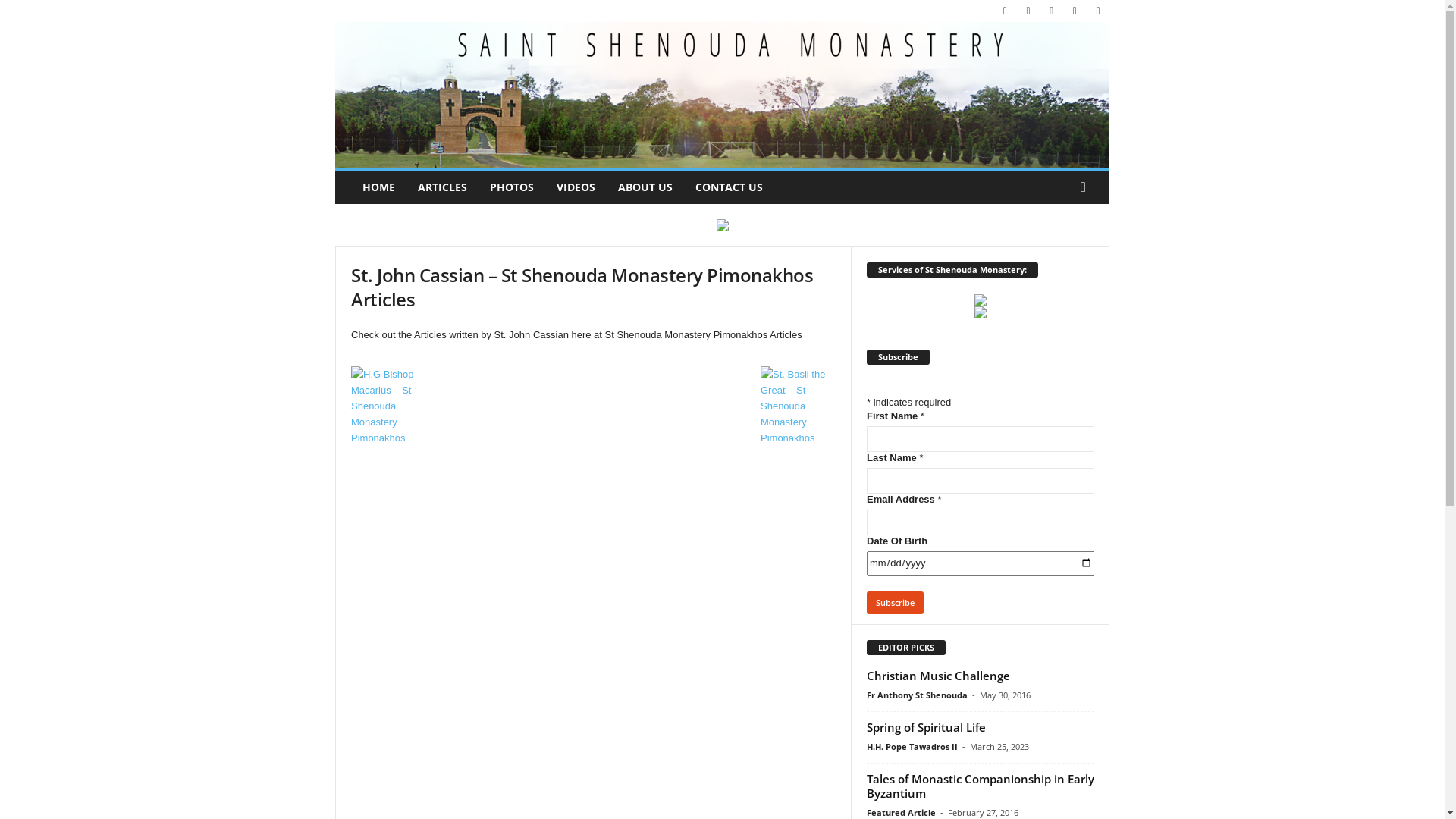 The height and width of the screenshot is (819, 1456). I want to click on 'Youtube', so click(1098, 11).